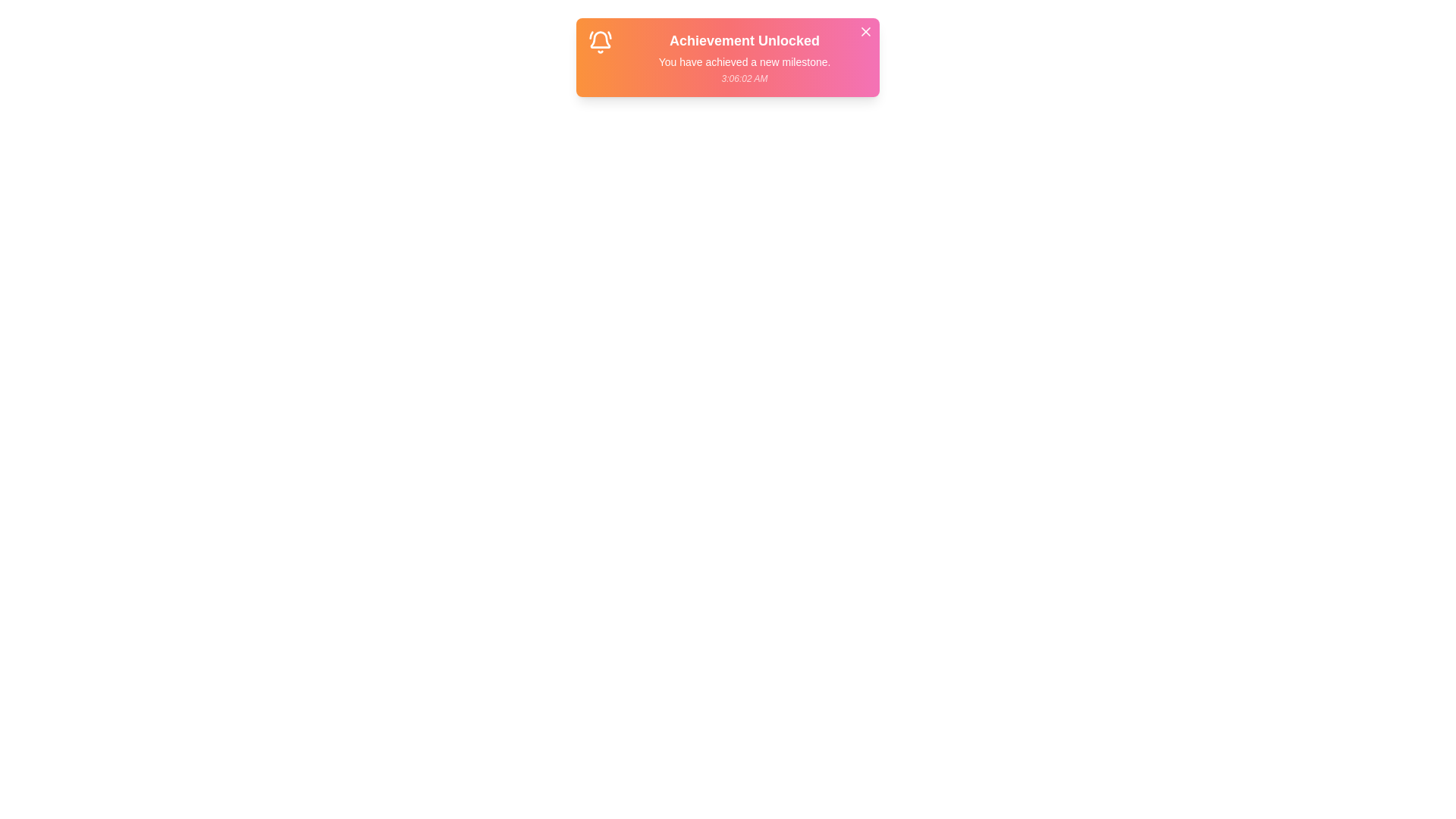 The width and height of the screenshot is (1456, 819). I want to click on the text content of the notification: Title, so click(745, 40).